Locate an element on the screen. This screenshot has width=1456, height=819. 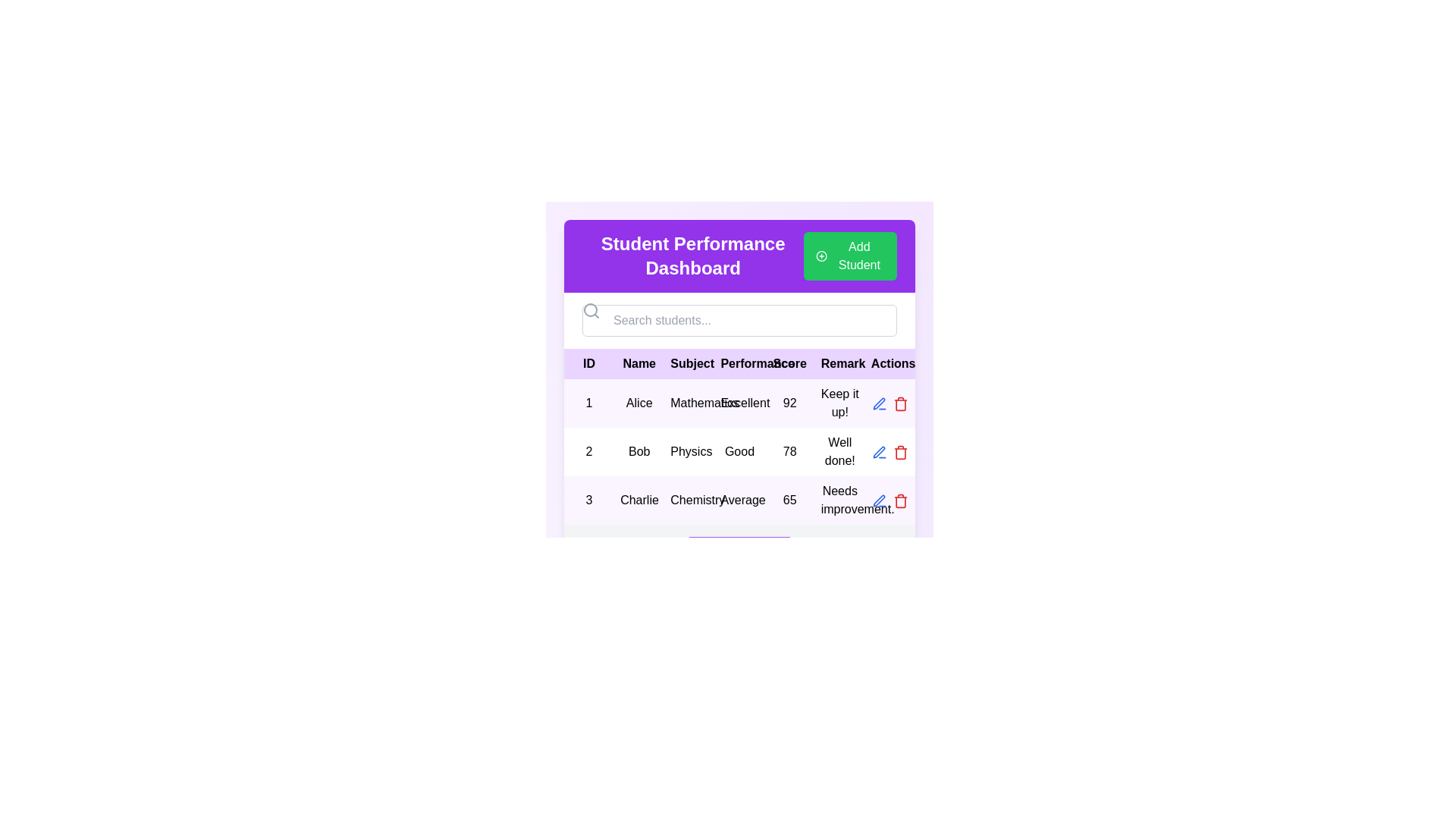
the button located in the top-right corner of the 'Student Performance Dashboard' is located at coordinates (850, 256).